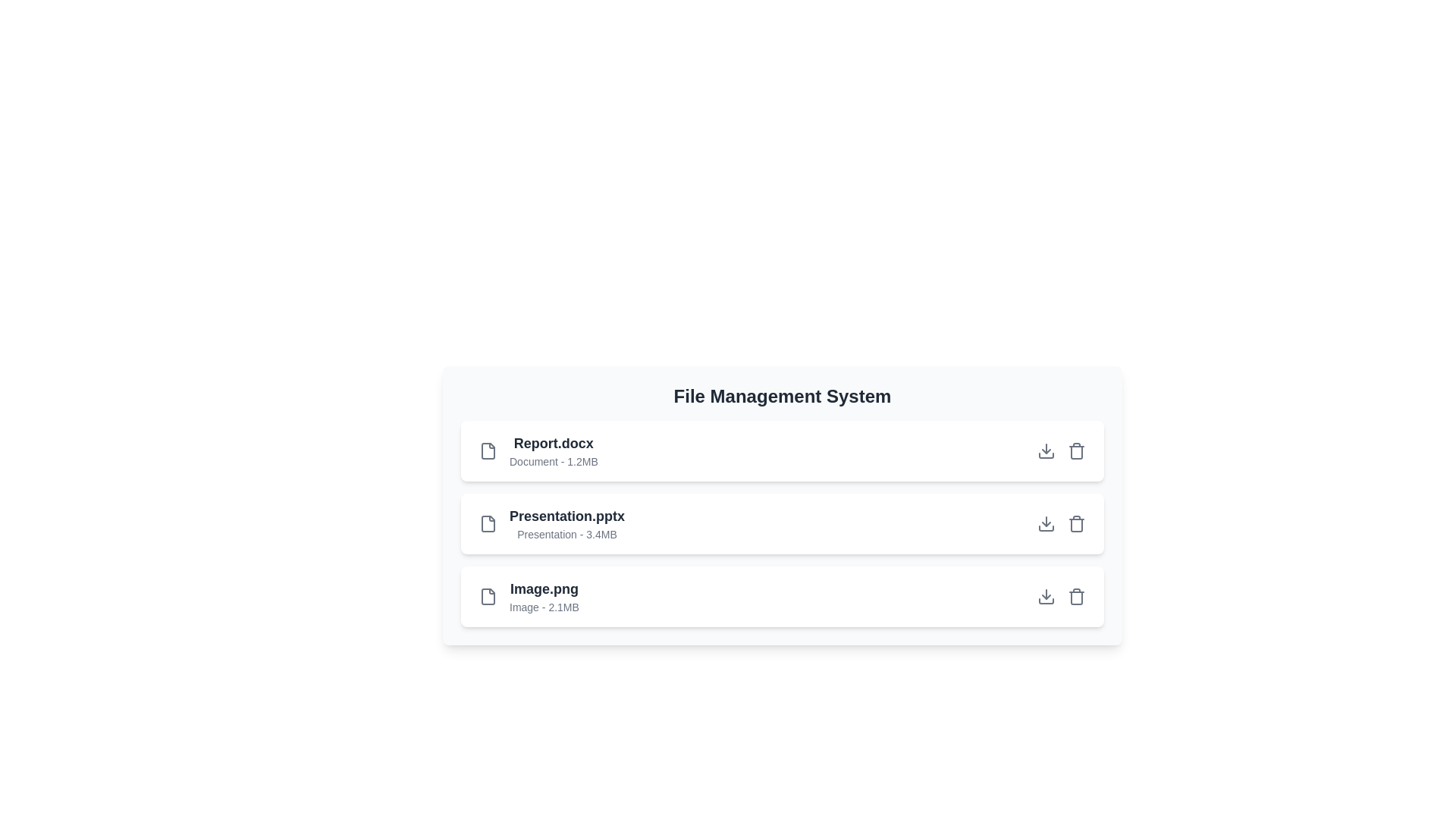 The image size is (1456, 819). Describe the element at coordinates (1046, 450) in the screenshot. I see `download button for the file Report.docx` at that location.